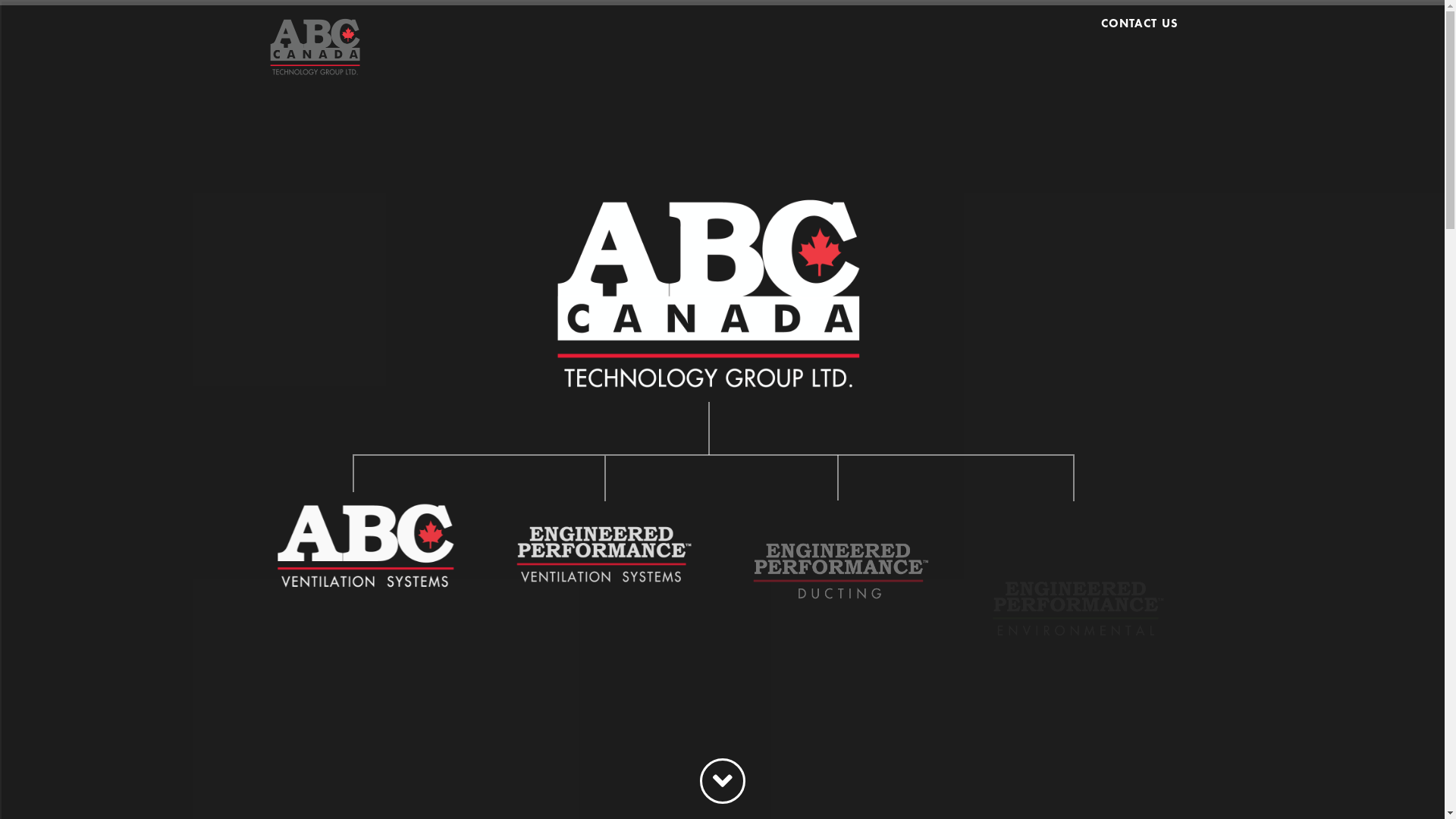  Describe the element at coordinates (1134, 37) in the screenshot. I see `'CONTACT US'` at that location.